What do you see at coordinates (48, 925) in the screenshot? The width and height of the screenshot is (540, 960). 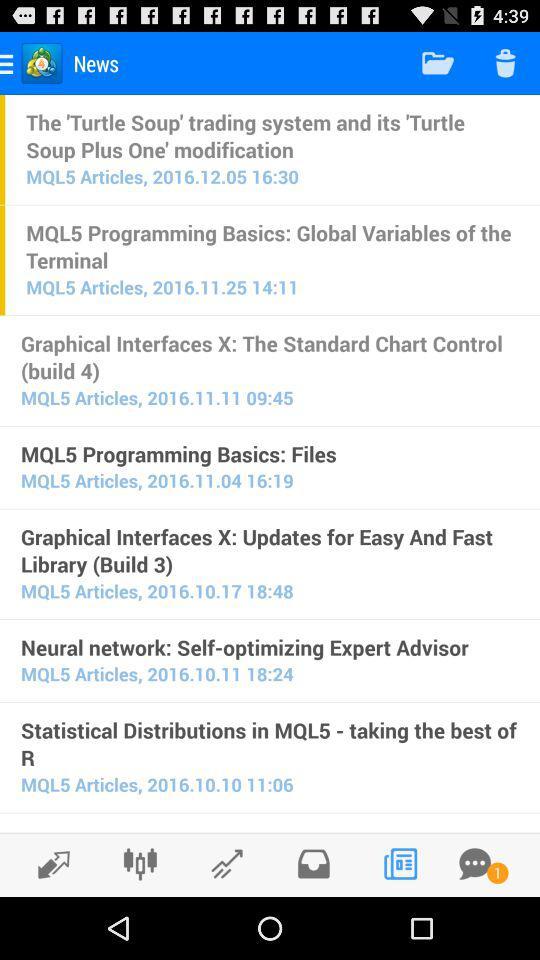 I see `the edit icon` at bounding box center [48, 925].